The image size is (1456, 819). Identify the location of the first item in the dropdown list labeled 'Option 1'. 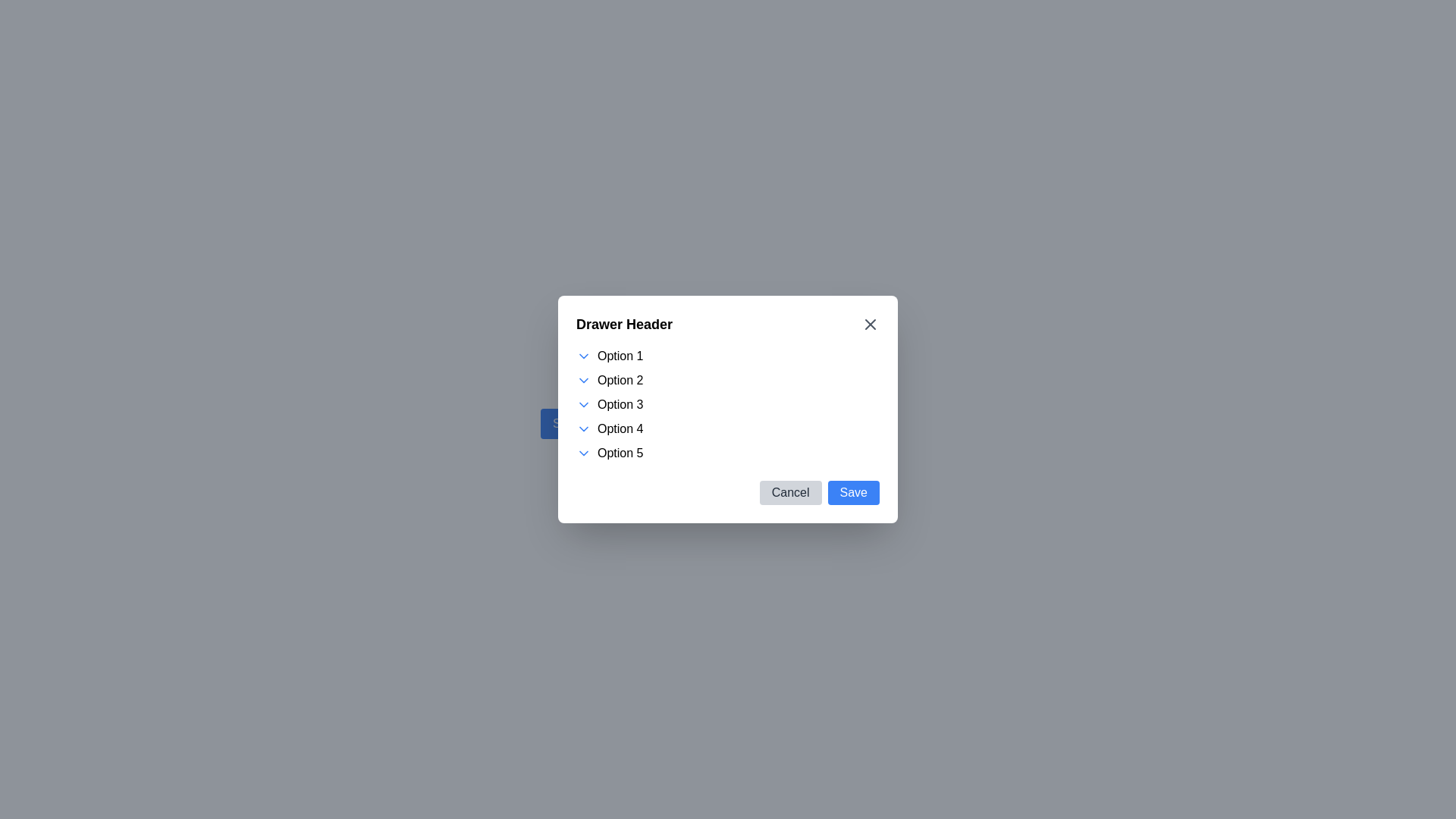
(728, 356).